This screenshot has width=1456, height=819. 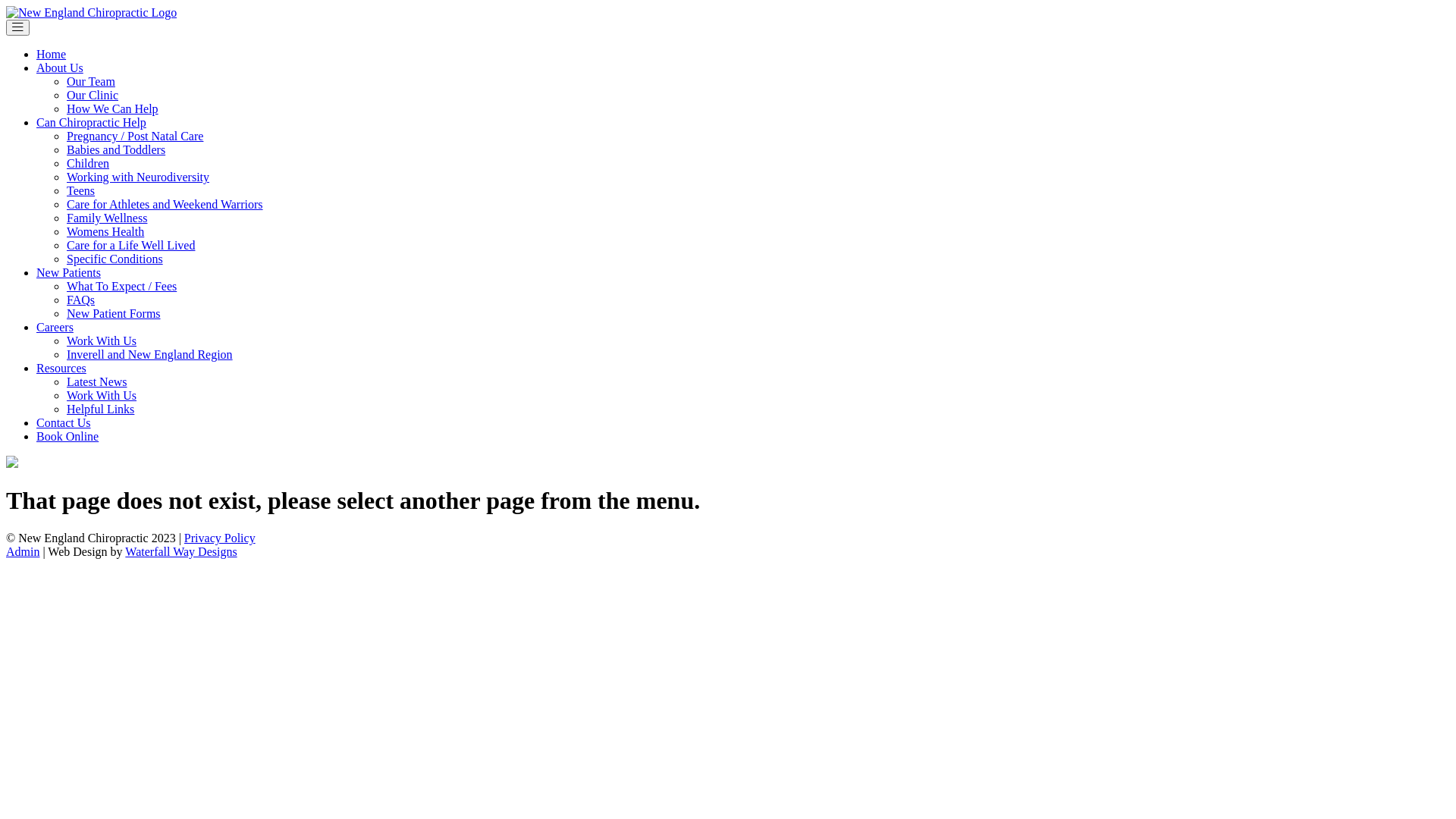 I want to click on 'Home', so click(x=51, y=53).